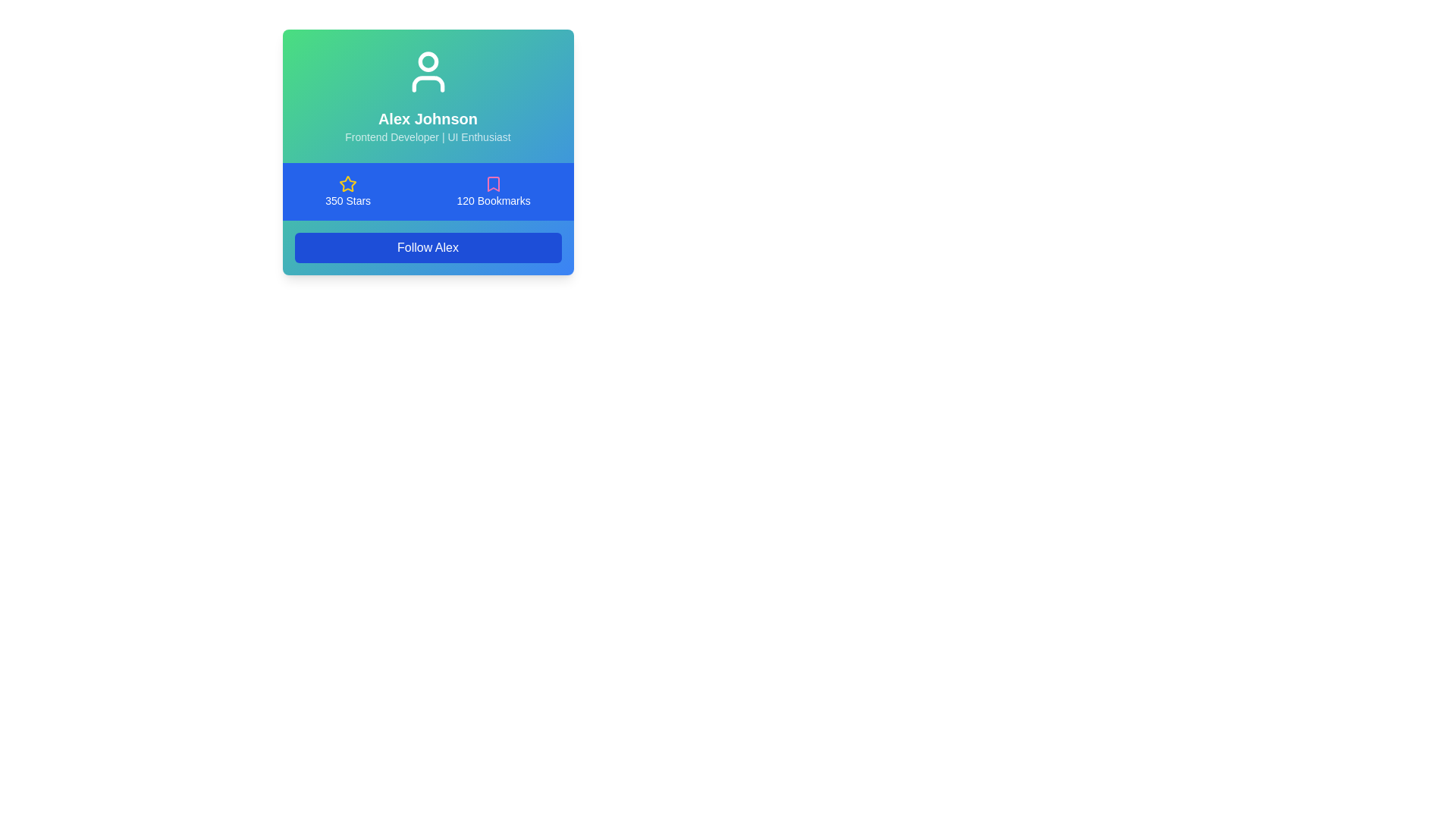 Image resolution: width=1456 pixels, height=819 pixels. What do you see at coordinates (494, 184) in the screenshot?
I see `the bookmark SVG icon, which is positioned to the right of the star icon and above the '120 Bookmarks' text within a blue section of the UI card` at bounding box center [494, 184].